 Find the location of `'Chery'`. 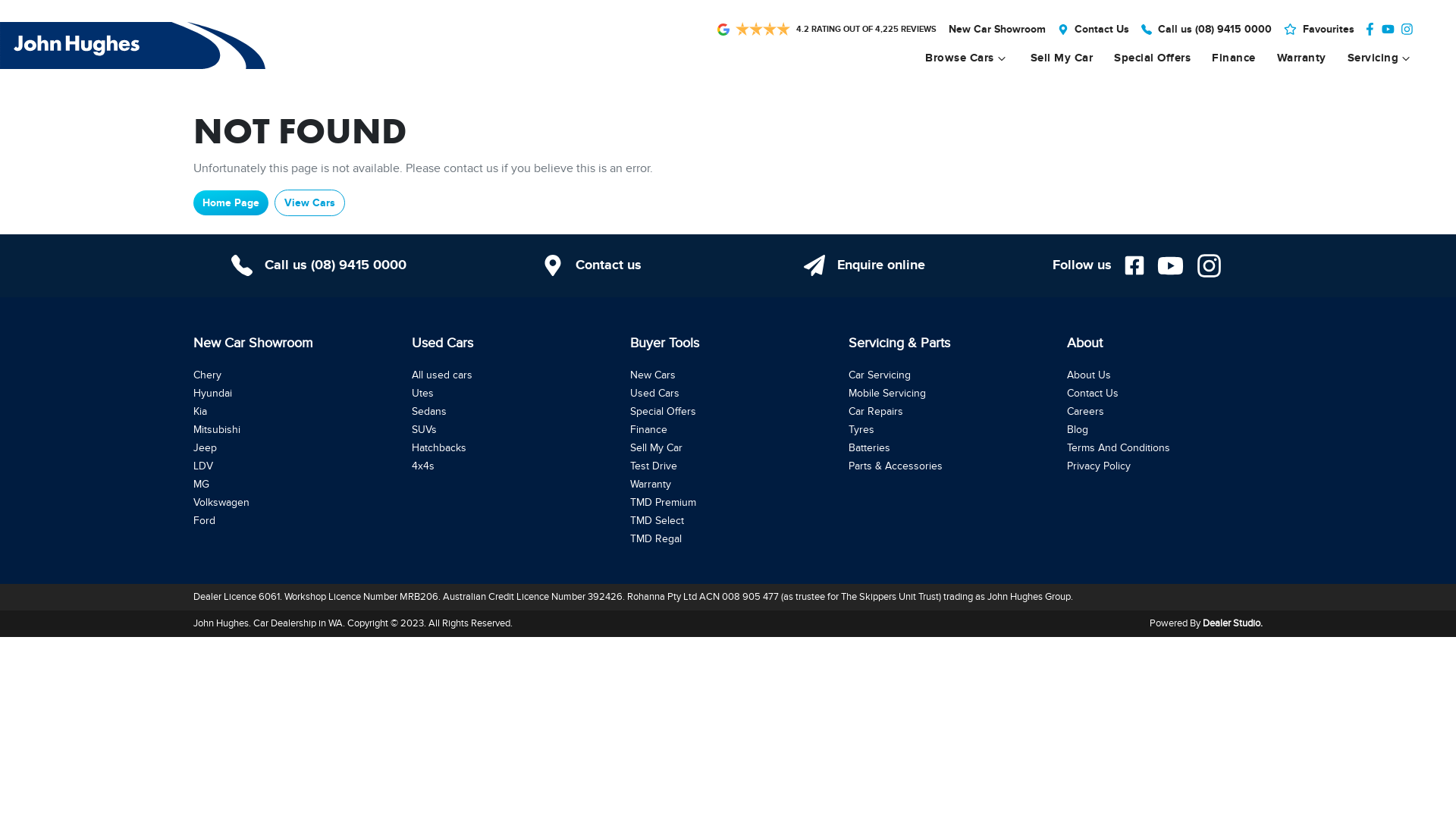

'Chery' is located at coordinates (206, 375).